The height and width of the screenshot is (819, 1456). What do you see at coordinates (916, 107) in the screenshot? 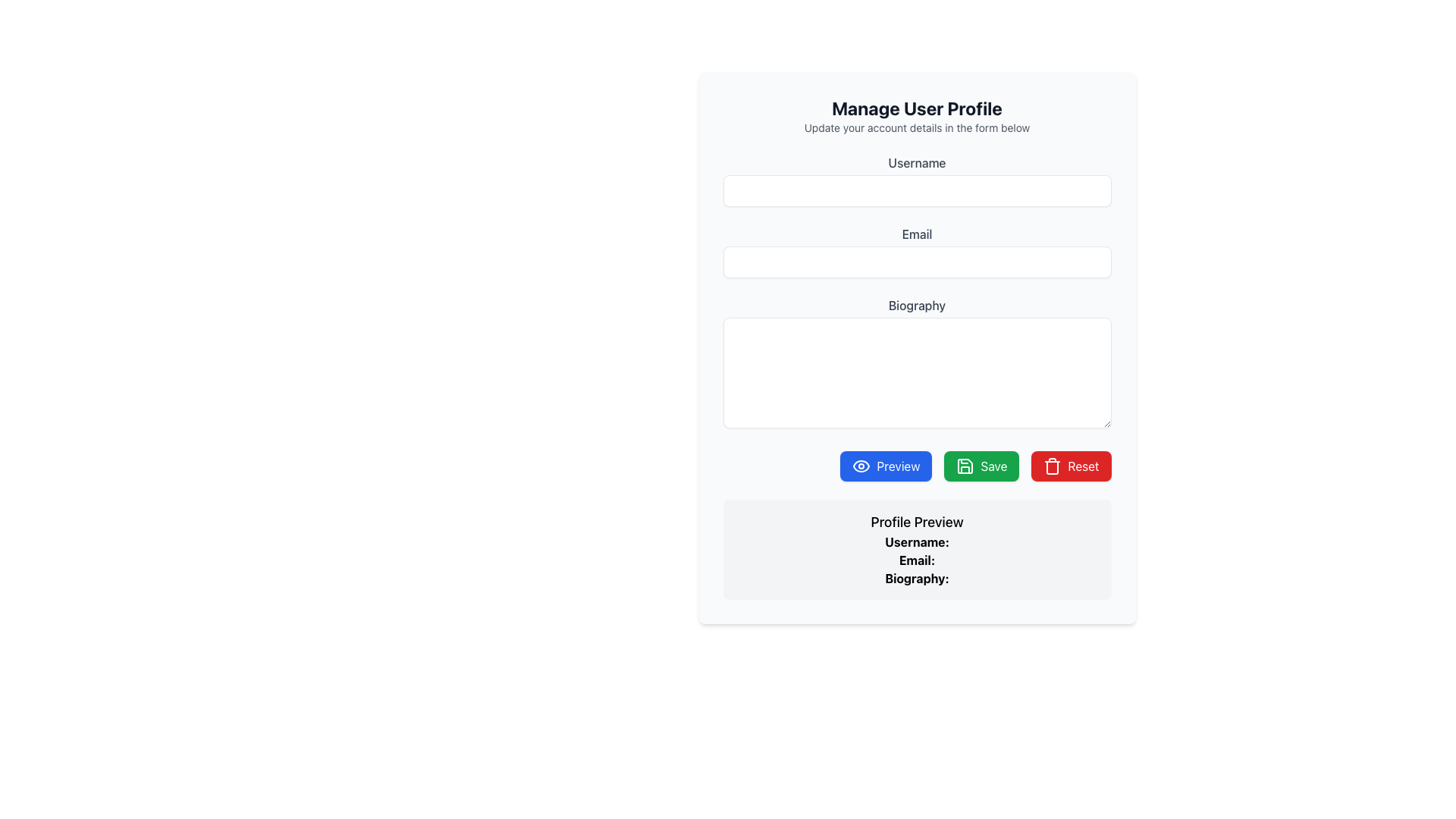
I see `the large, bold, centered text label reading 'Manage User Profile' located at the top of the content layout` at bounding box center [916, 107].